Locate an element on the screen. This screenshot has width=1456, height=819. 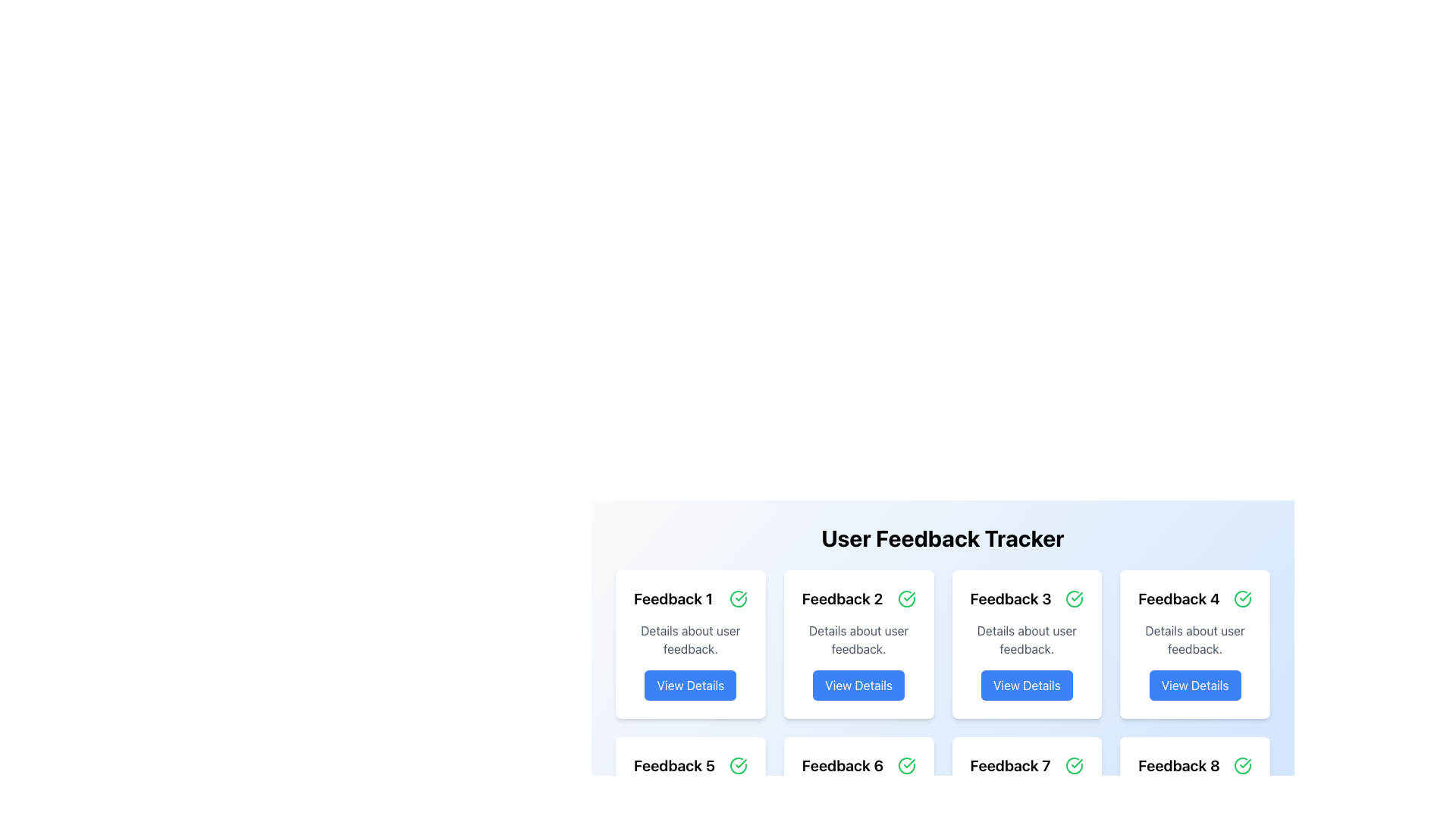
the success indicator icon located in the upper-right corner of the 'Feedback 3' card, next to the 'Feedback 3' text label is located at coordinates (1074, 598).